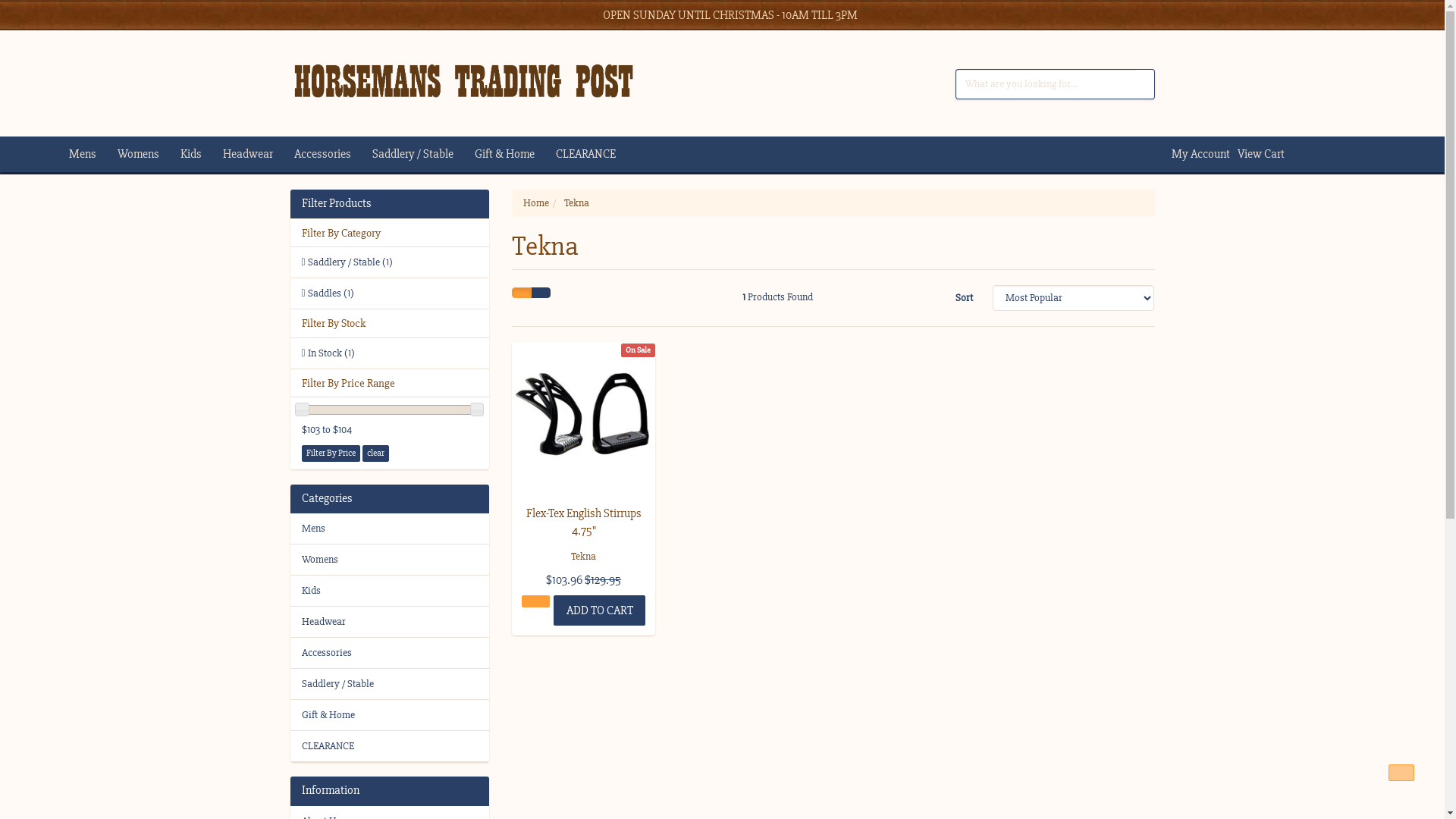  What do you see at coordinates (389, 559) in the screenshot?
I see `'Womens'` at bounding box center [389, 559].